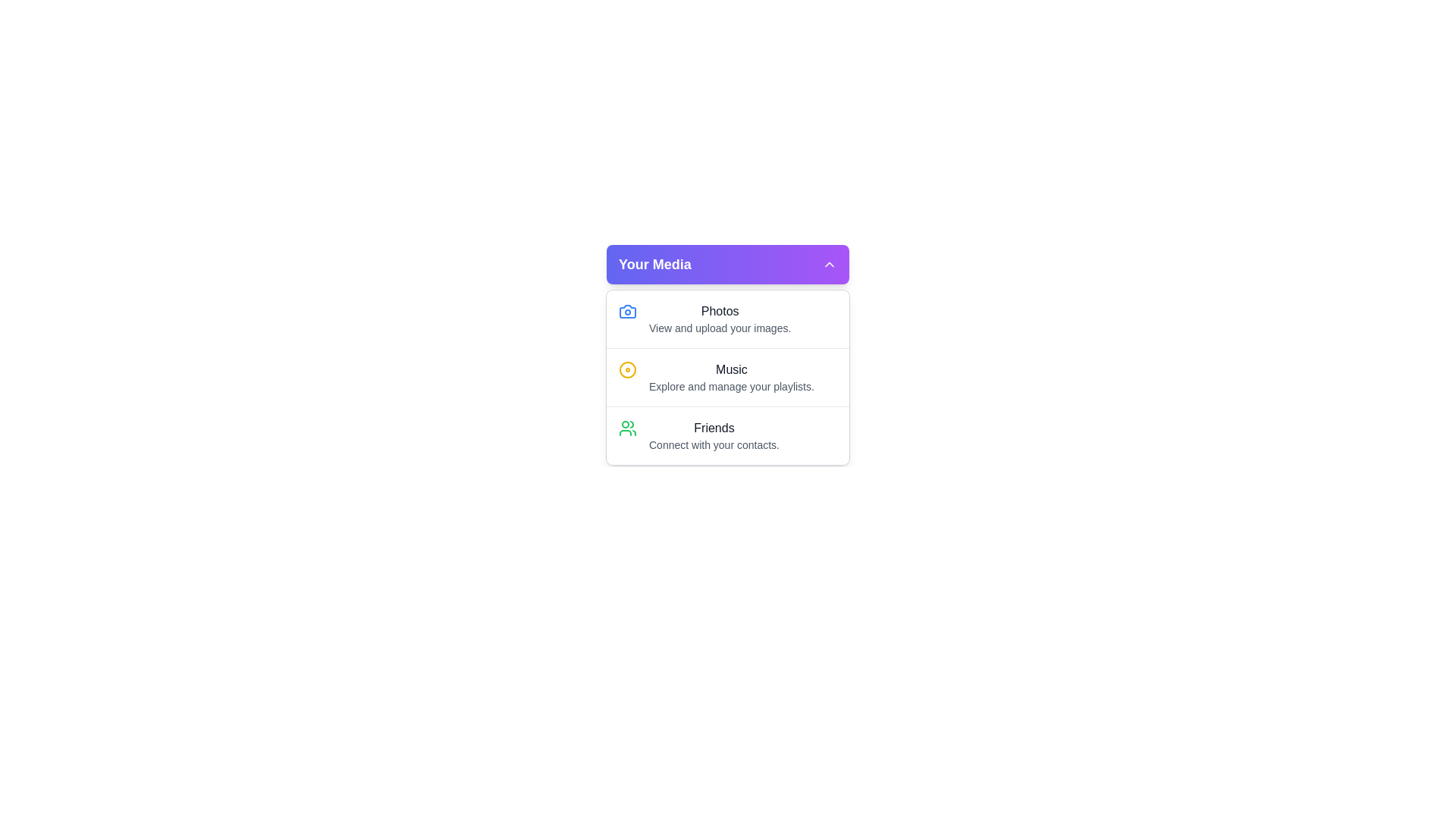 This screenshot has height=819, width=1456. Describe the element at coordinates (829, 263) in the screenshot. I see `the upward-pointing chevron icon located at the top-right corner of the 'Your Media' header` at that location.